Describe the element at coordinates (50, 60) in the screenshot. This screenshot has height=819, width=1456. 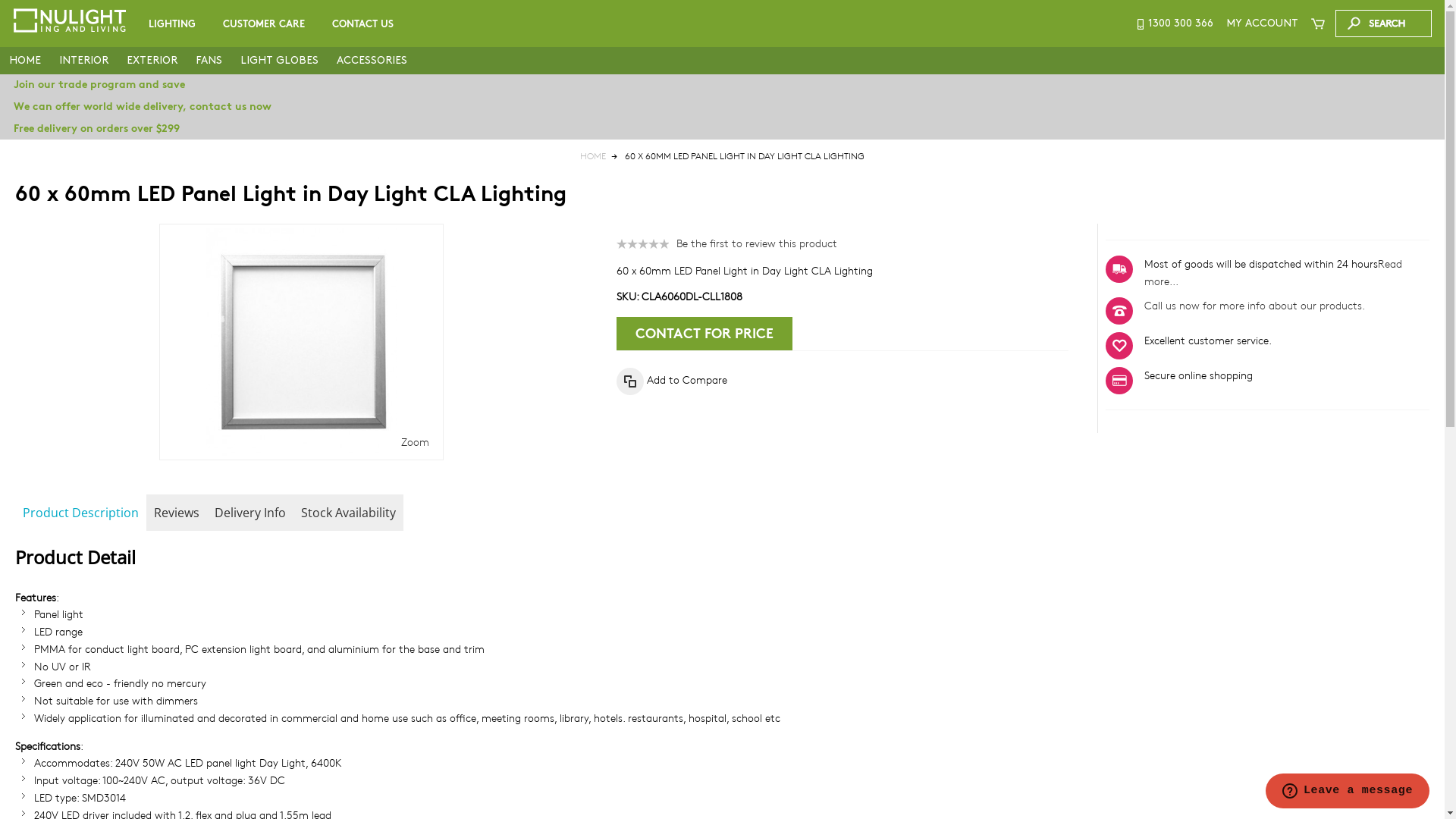
I see `'INTERIOR'` at that location.